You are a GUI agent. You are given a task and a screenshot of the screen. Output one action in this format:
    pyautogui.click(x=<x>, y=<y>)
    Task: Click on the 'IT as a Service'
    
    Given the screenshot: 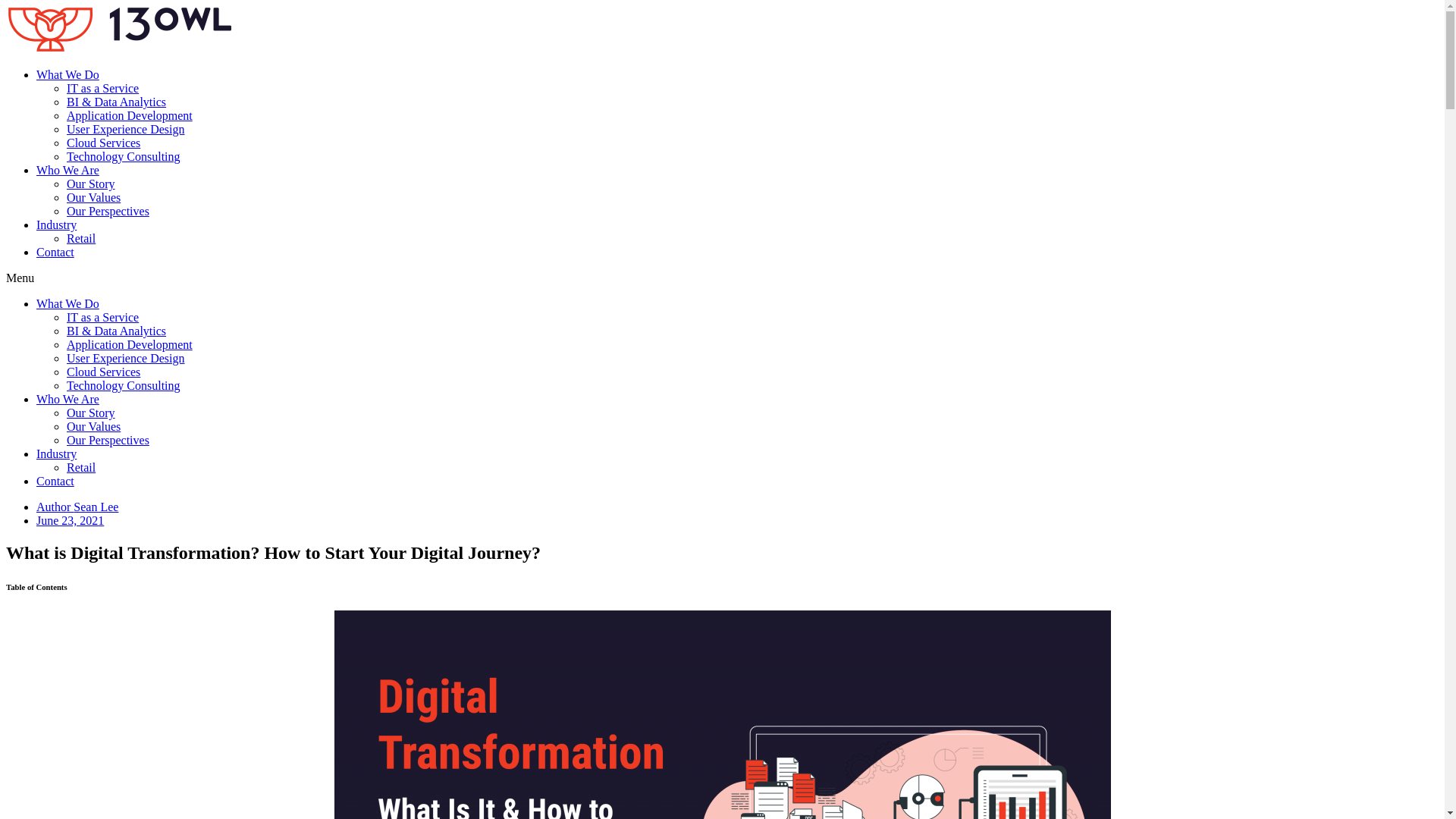 What is the action you would take?
    pyautogui.click(x=65, y=316)
    